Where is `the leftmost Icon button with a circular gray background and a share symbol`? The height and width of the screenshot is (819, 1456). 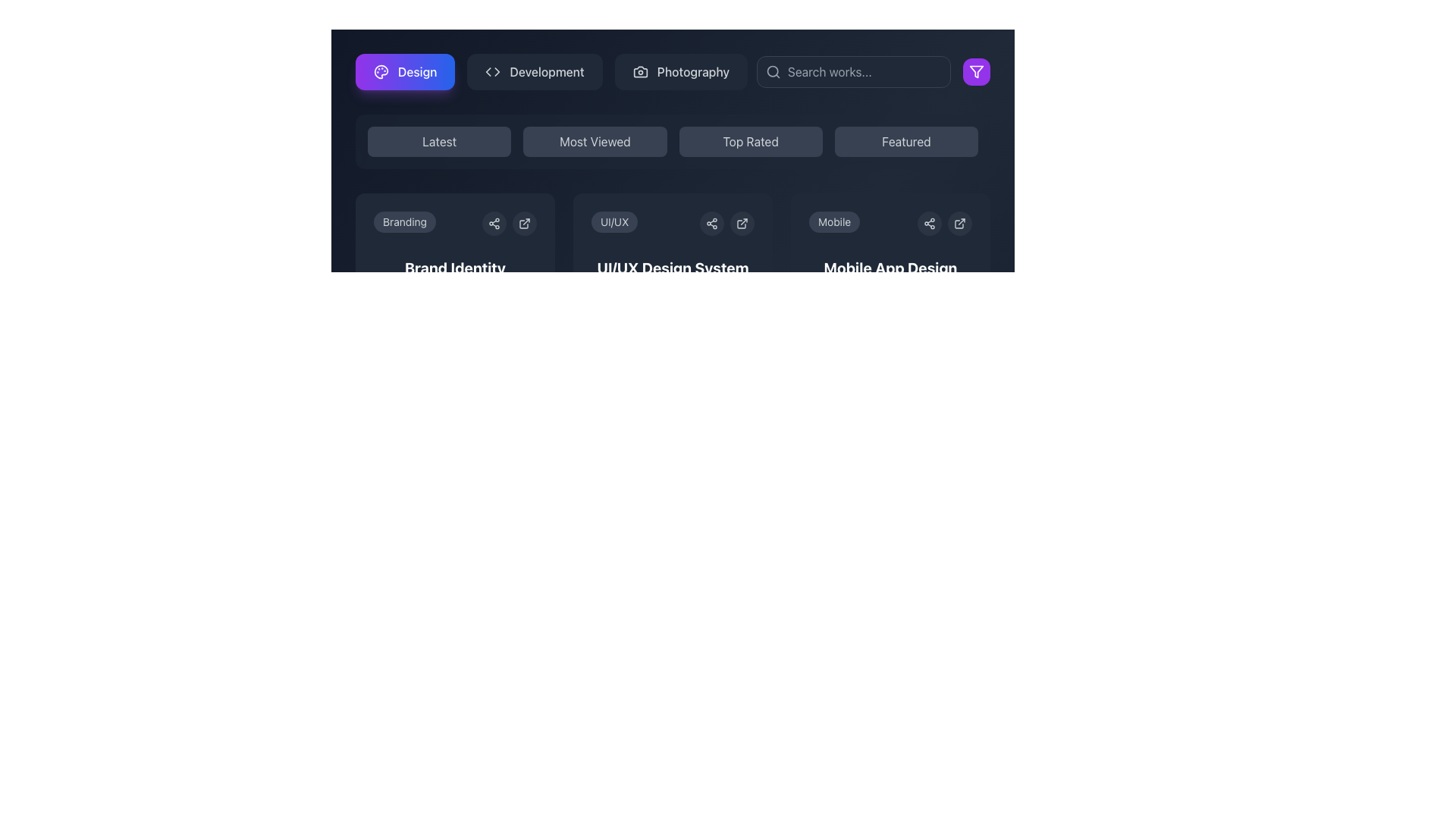 the leftmost Icon button with a circular gray background and a share symbol is located at coordinates (928, 223).